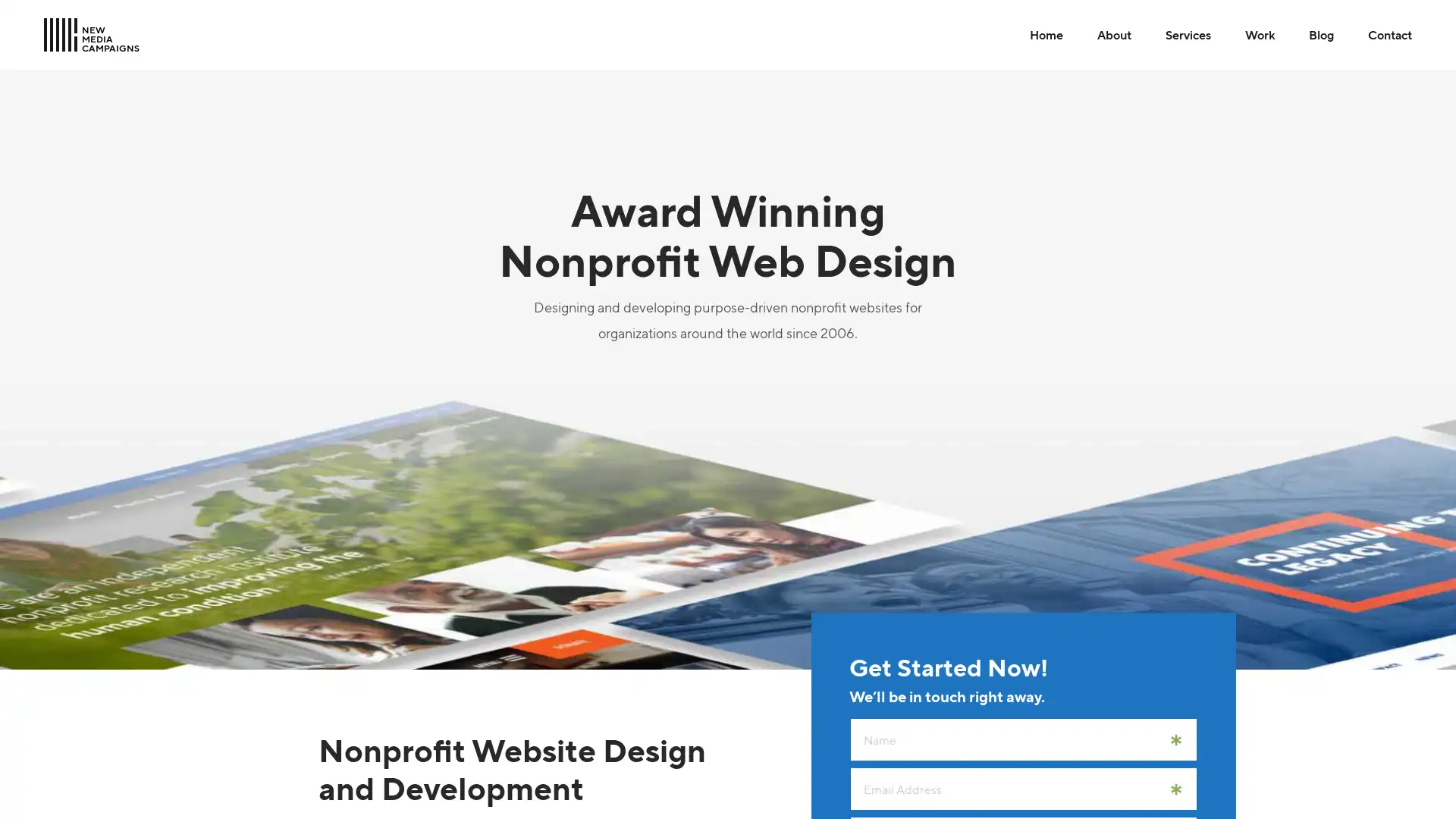 This screenshot has width=1456, height=819. I want to click on Skip to Main Content, so click(15, 15).